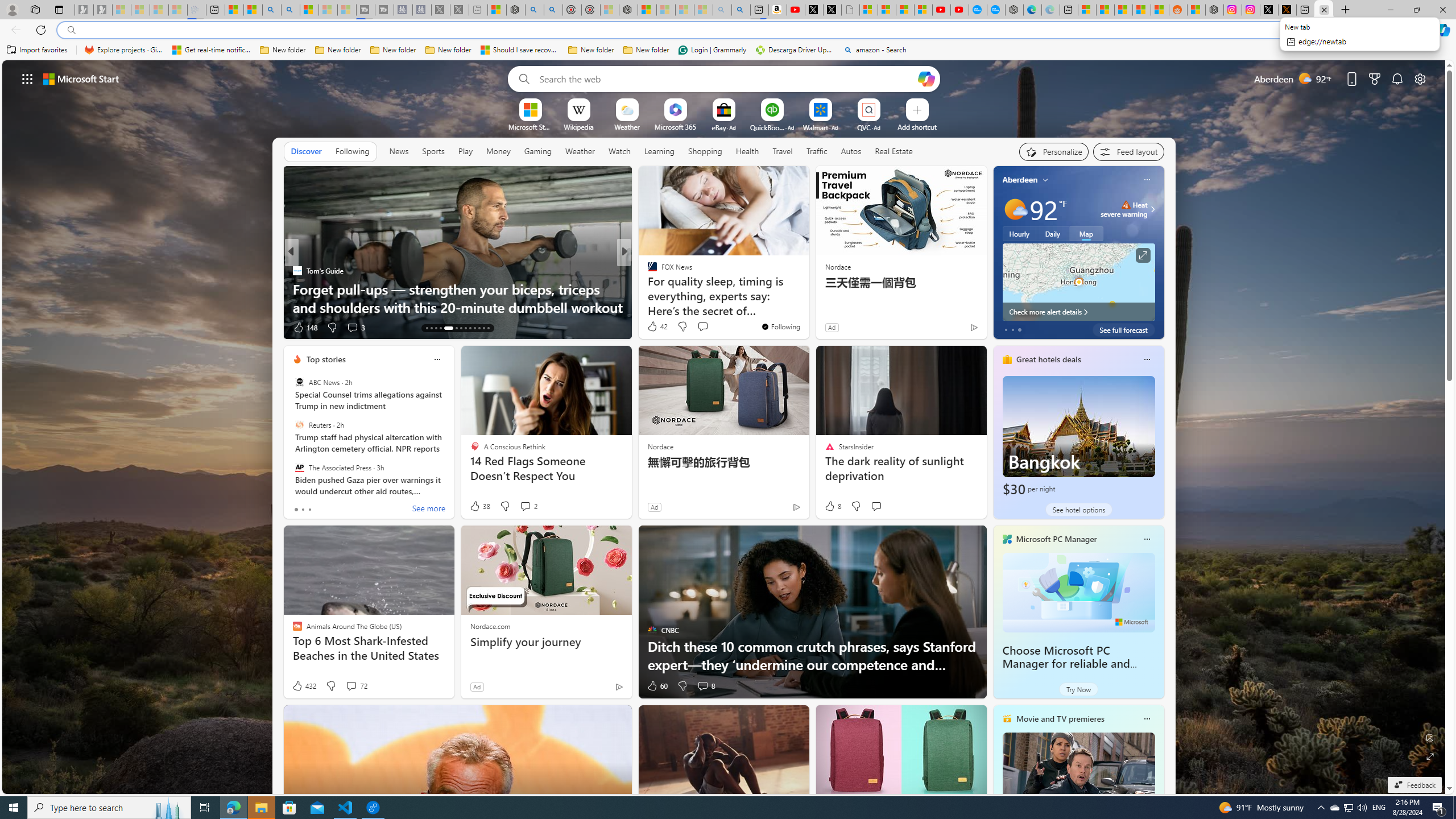  What do you see at coordinates (1078, 688) in the screenshot?
I see `'Try Now'` at bounding box center [1078, 688].